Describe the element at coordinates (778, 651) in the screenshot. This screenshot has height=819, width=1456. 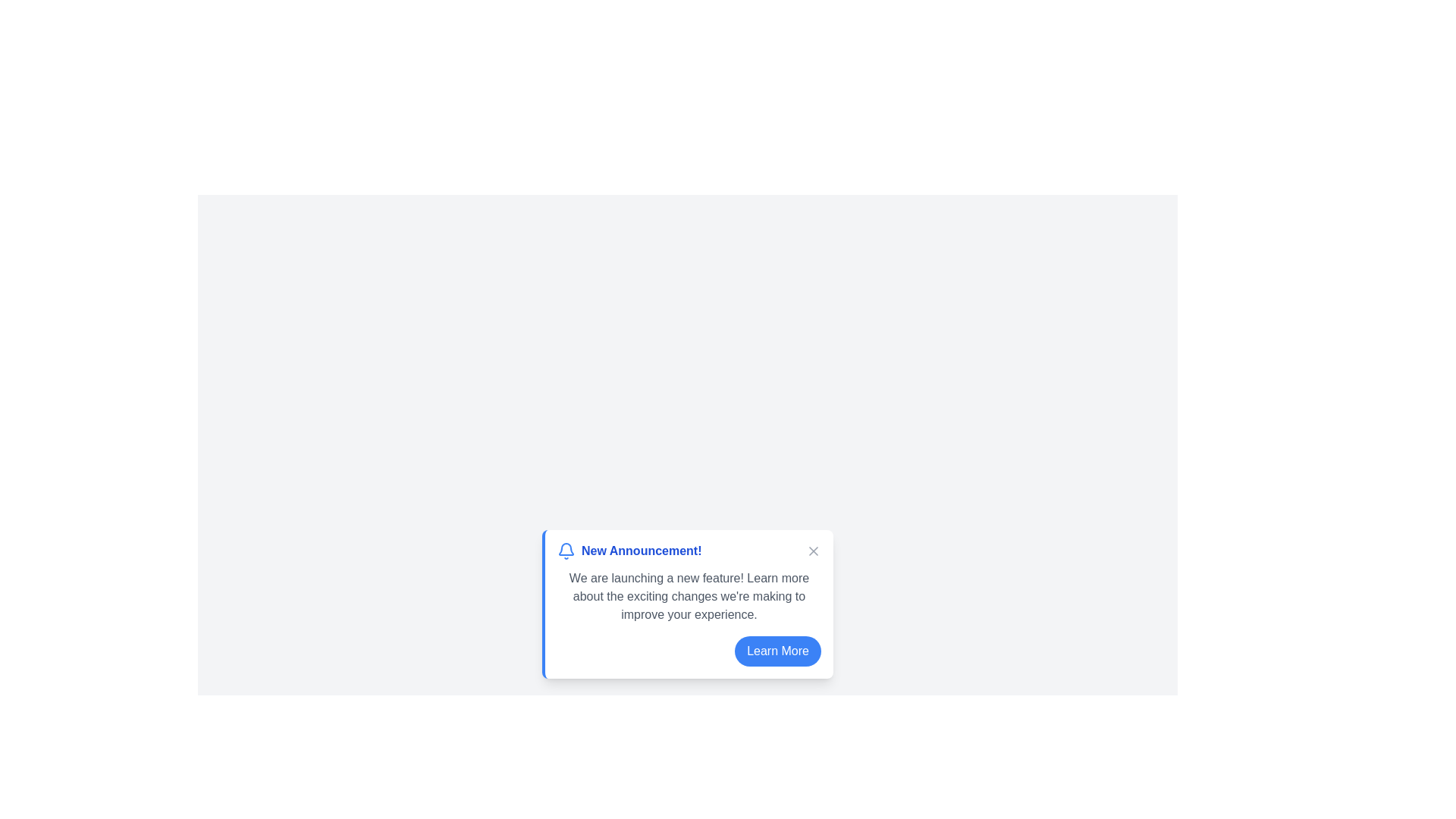
I see `the 'Learn More' button to proceed` at that location.